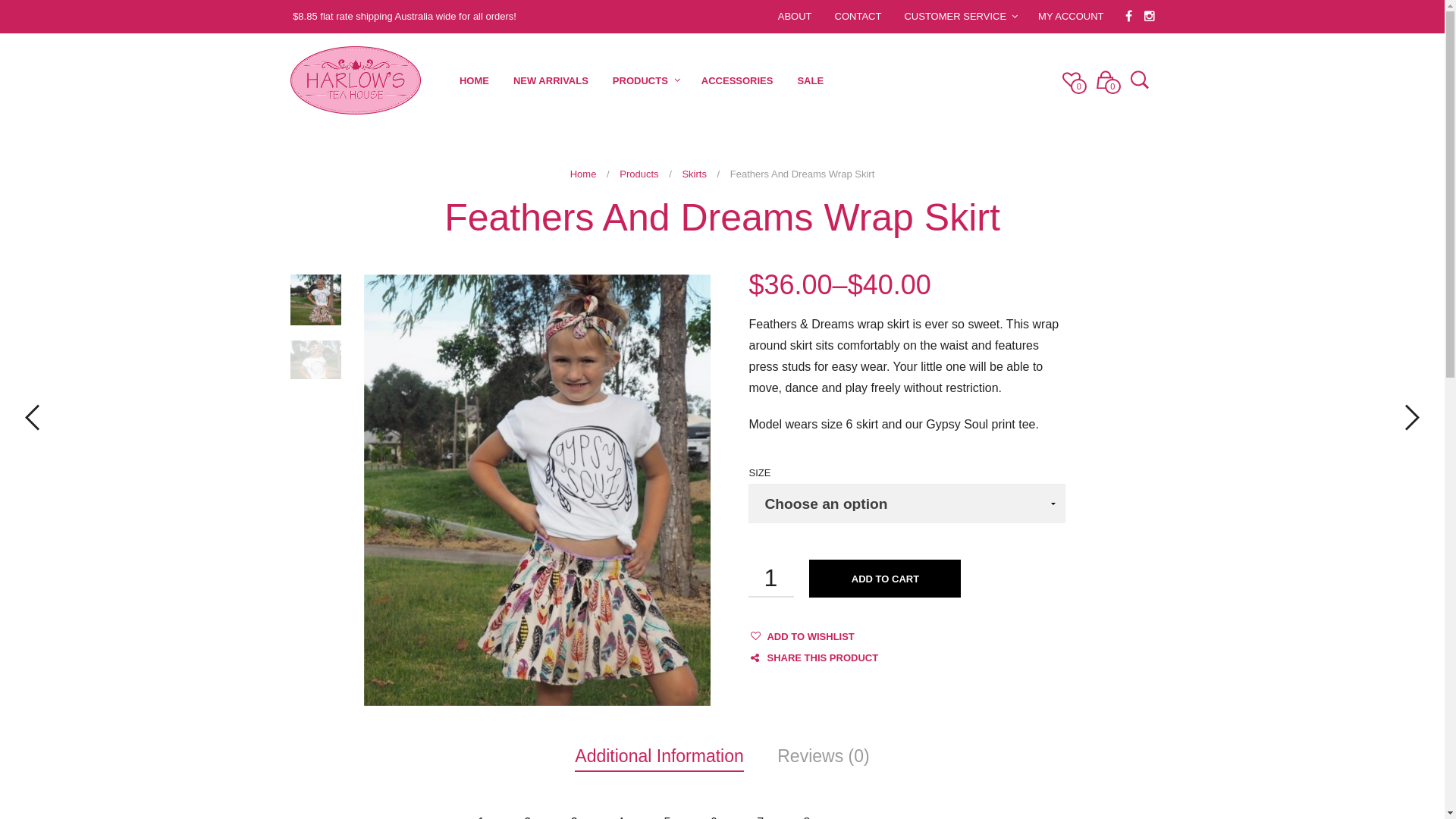 The height and width of the screenshot is (819, 1456). I want to click on 'Search', so click(1135, 81).